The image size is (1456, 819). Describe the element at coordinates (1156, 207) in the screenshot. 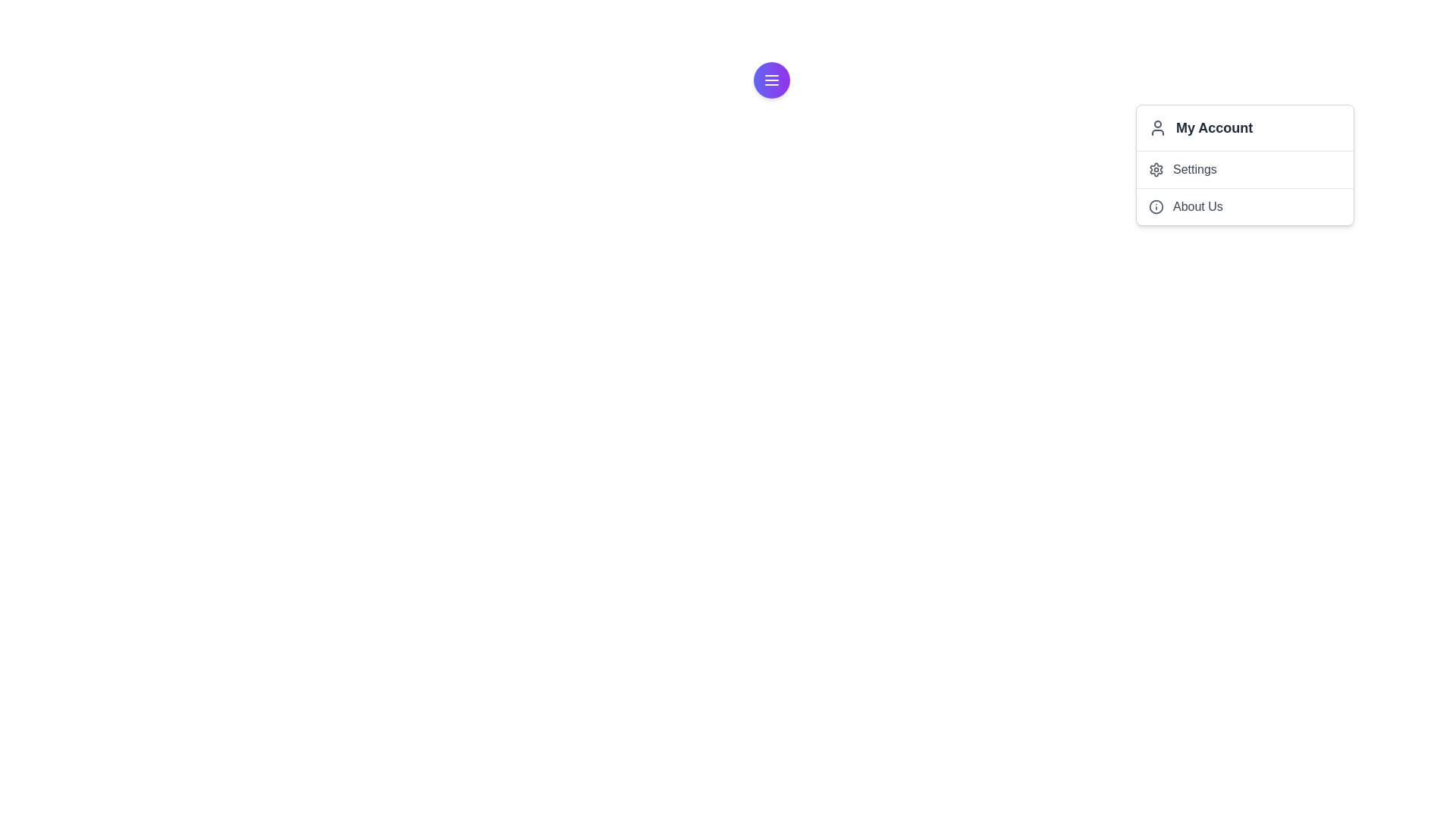

I see `the 'About Us' icon located to the left of the 'About Us' text to highlight or activate the menu option` at that location.